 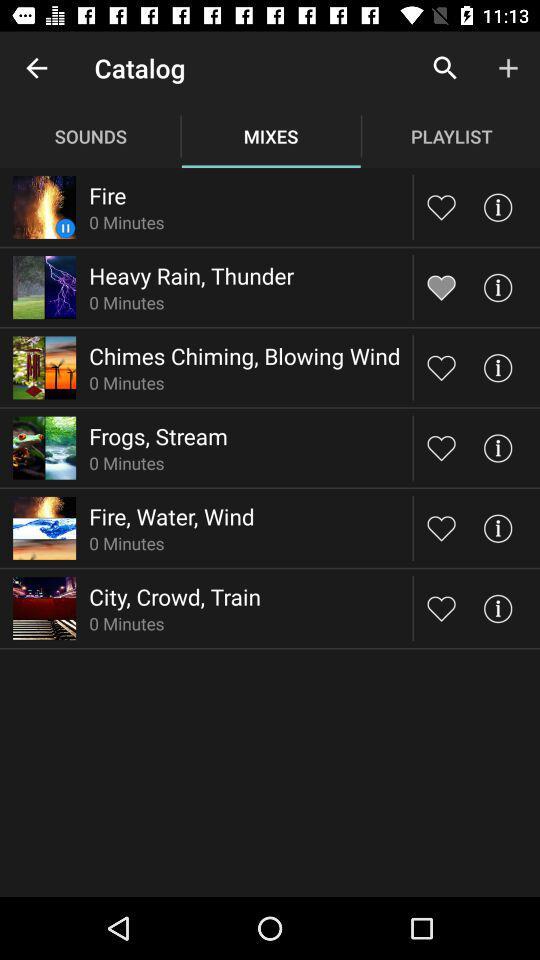 What do you see at coordinates (441, 527) in the screenshot?
I see `like button` at bounding box center [441, 527].